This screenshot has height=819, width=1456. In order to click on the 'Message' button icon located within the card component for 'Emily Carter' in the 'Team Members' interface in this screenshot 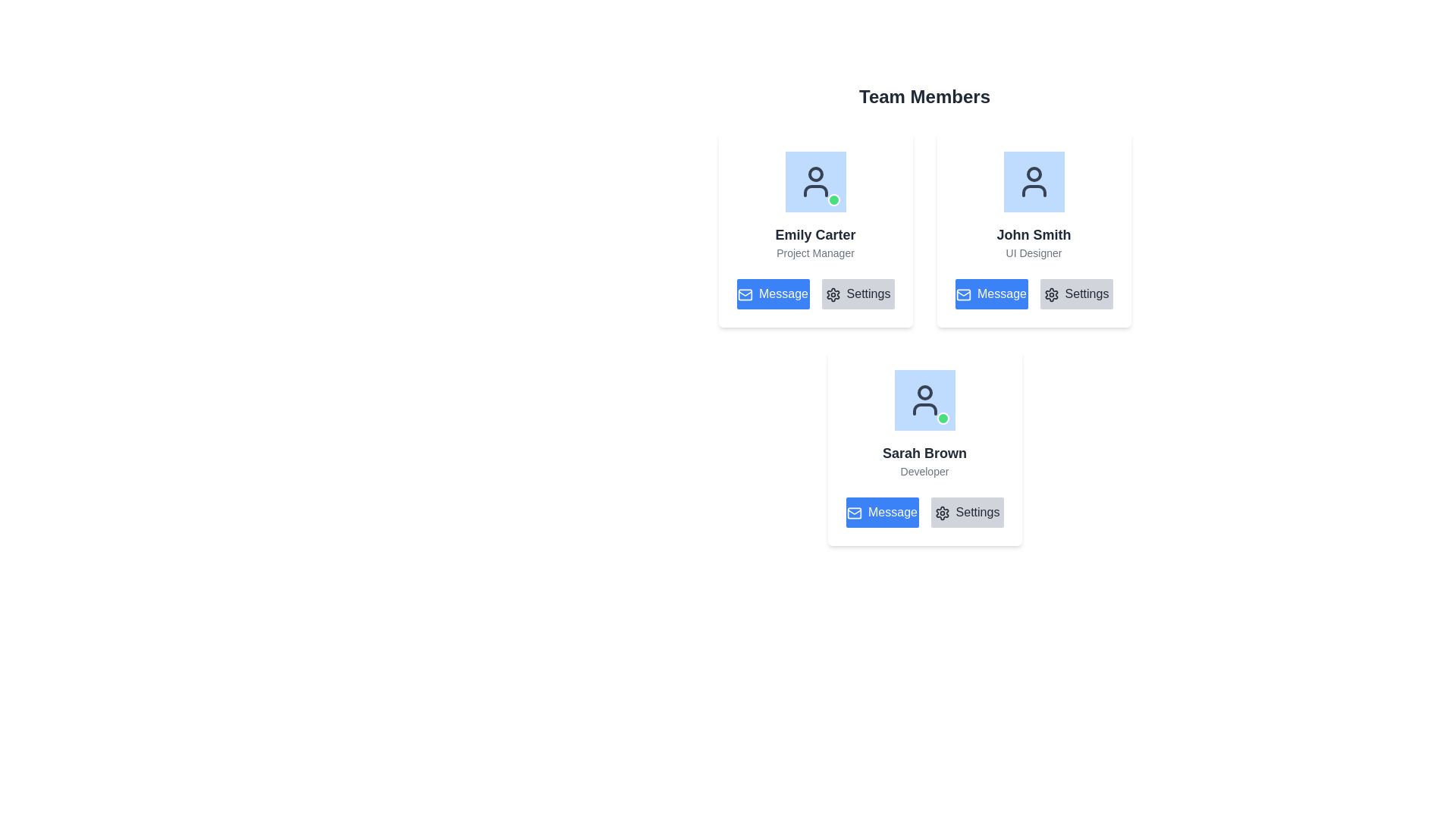, I will do `click(745, 294)`.